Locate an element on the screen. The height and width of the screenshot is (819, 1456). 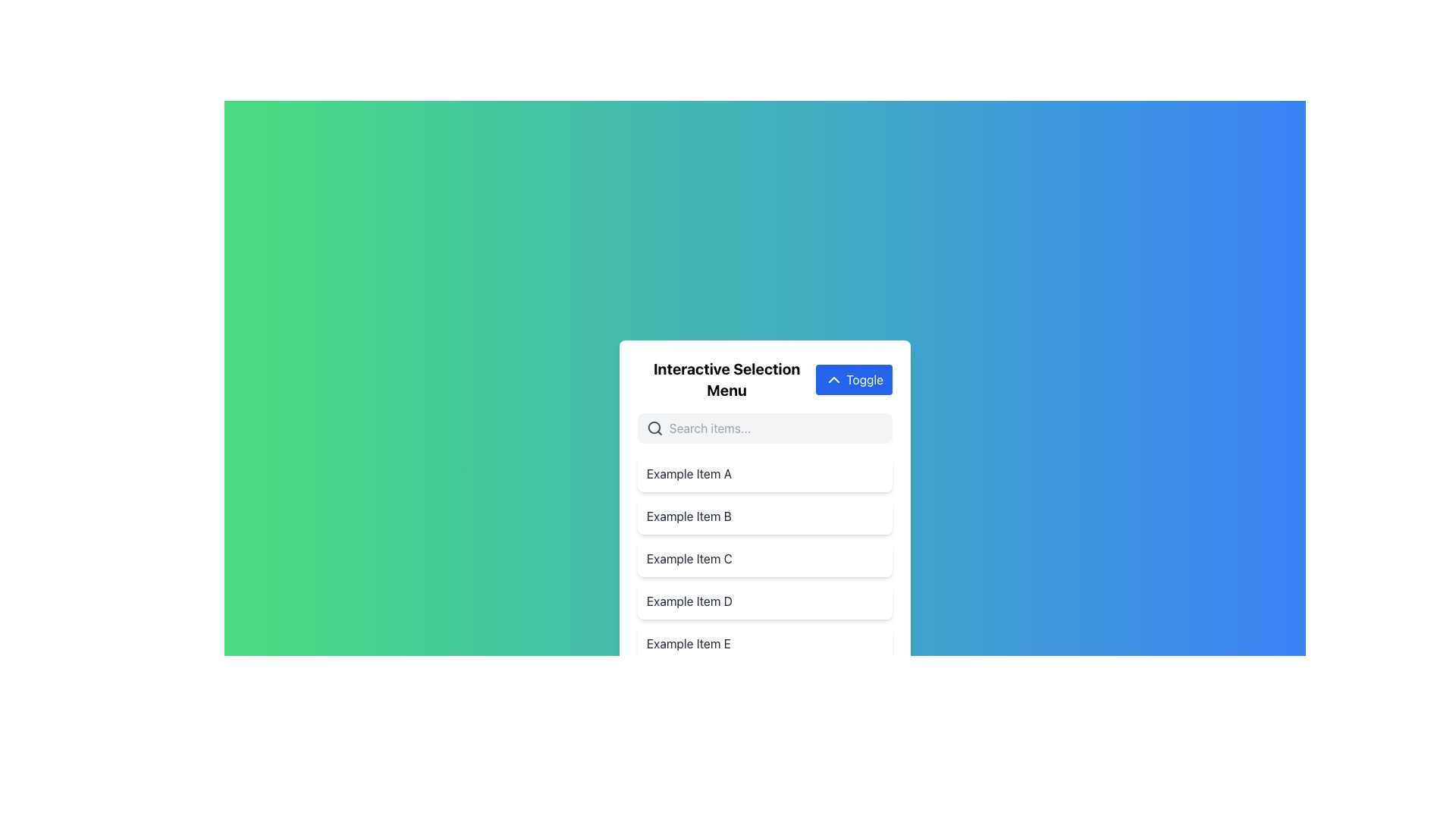
the second list item labeled 'Example Item B' is located at coordinates (764, 516).